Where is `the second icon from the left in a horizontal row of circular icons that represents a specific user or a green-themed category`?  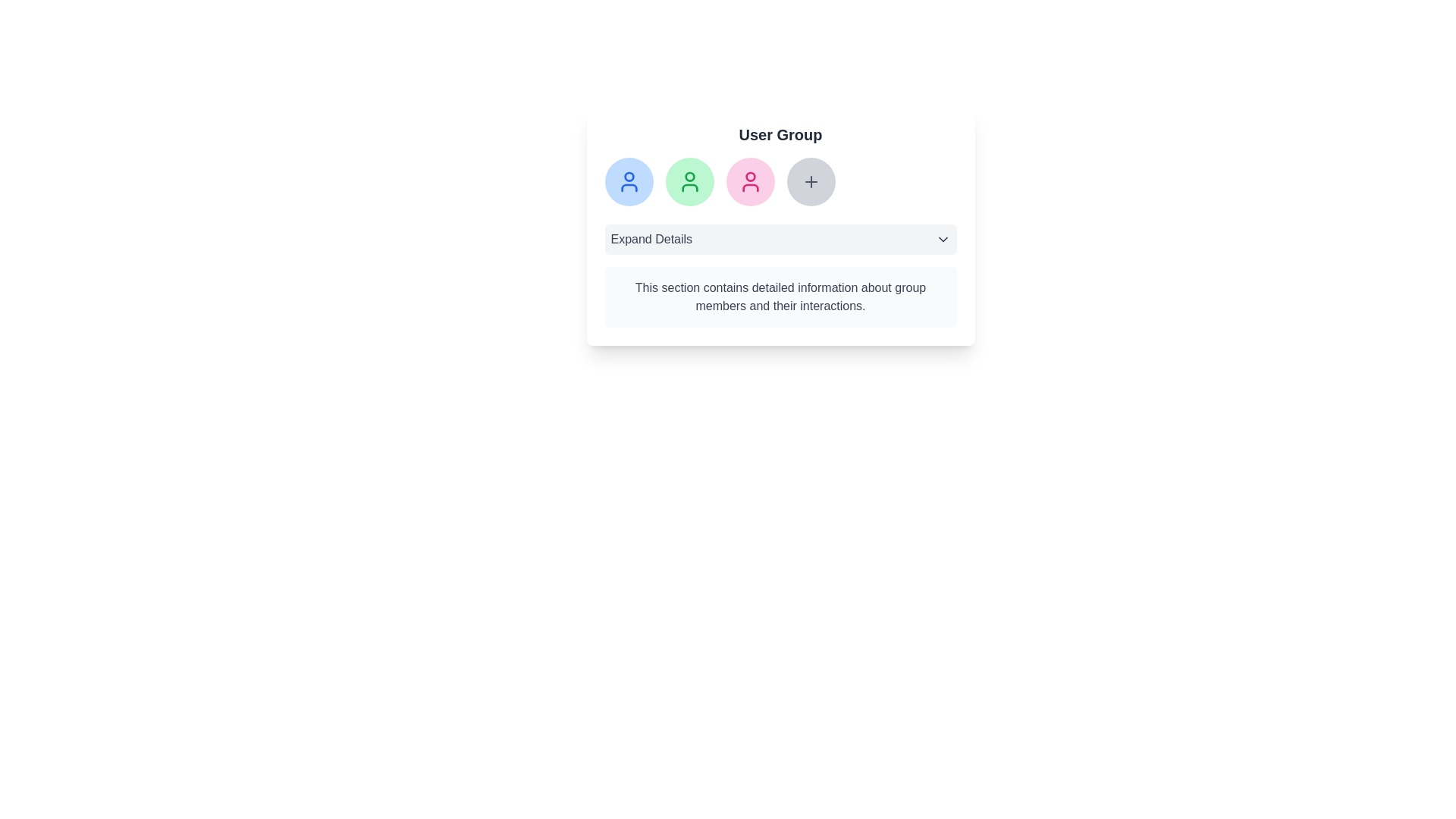
the second icon from the left in a horizontal row of circular icons that represents a specific user or a green-themed category is located at coordinates (689, 180).